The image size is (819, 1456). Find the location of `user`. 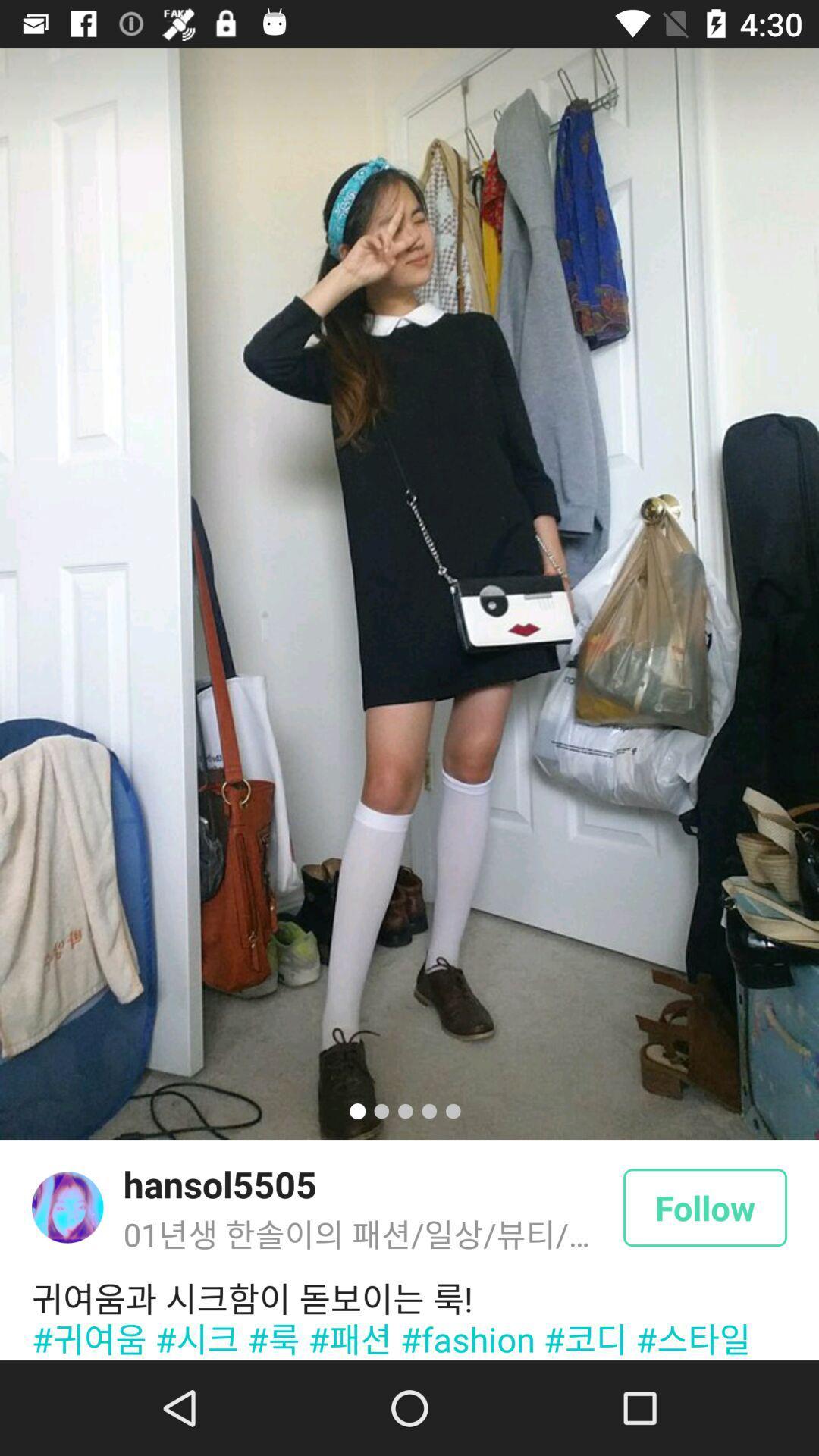

user is located at coordinates (67, 1207).